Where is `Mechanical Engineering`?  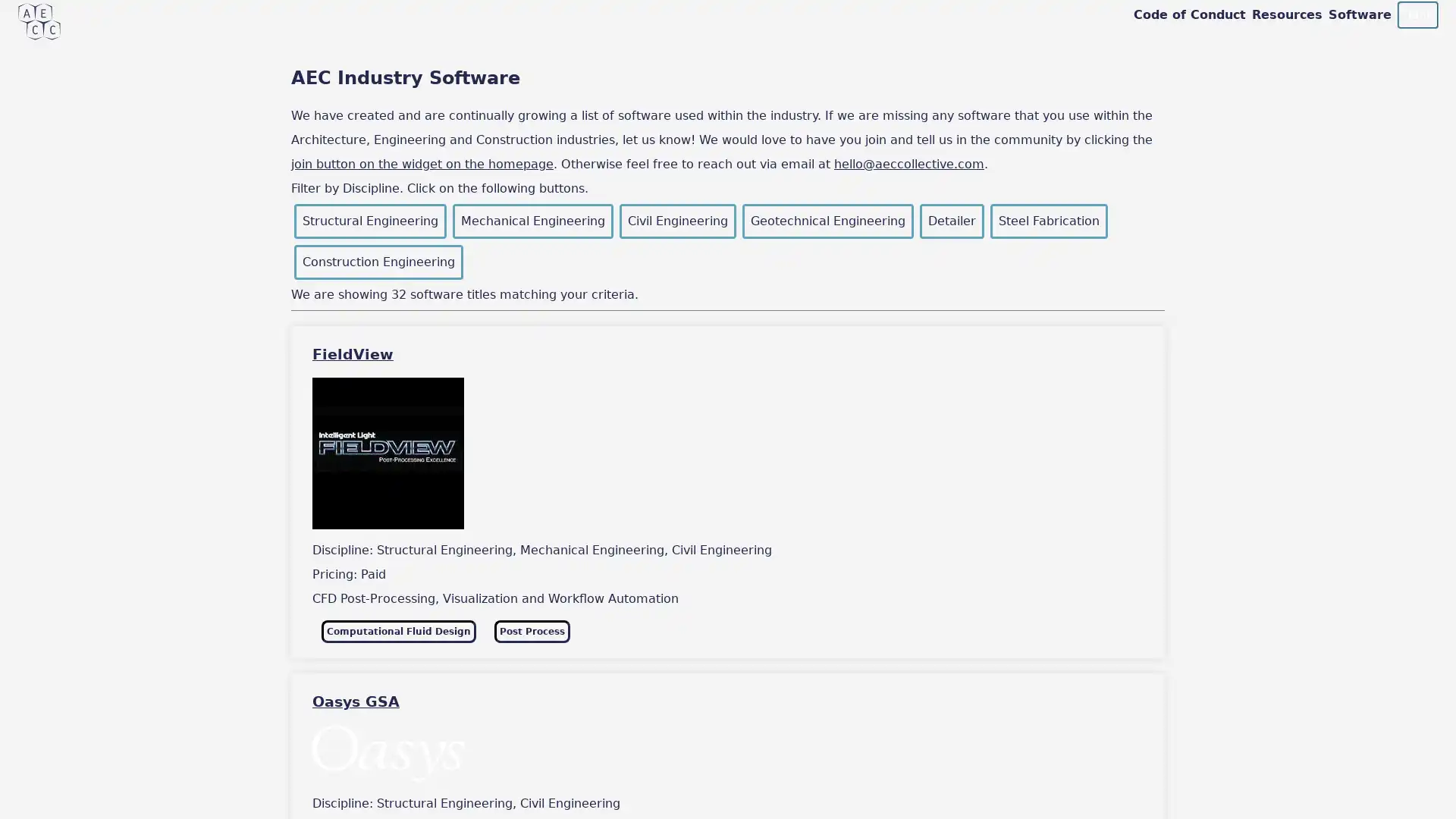 Mechanical Engineering is located at coordinates (532, 221).